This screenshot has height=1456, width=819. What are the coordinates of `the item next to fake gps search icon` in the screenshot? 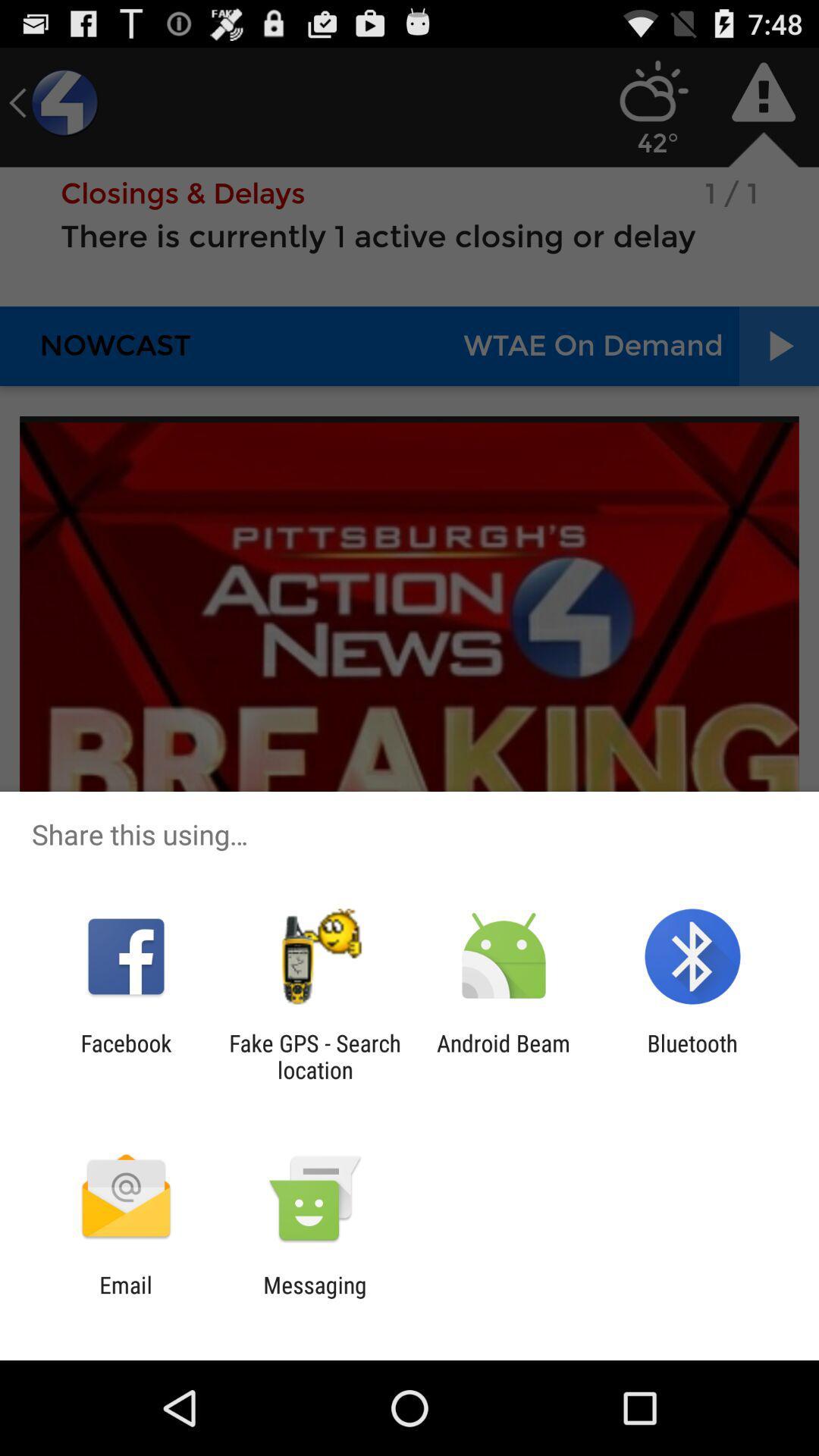 It's located at (125, 1056).